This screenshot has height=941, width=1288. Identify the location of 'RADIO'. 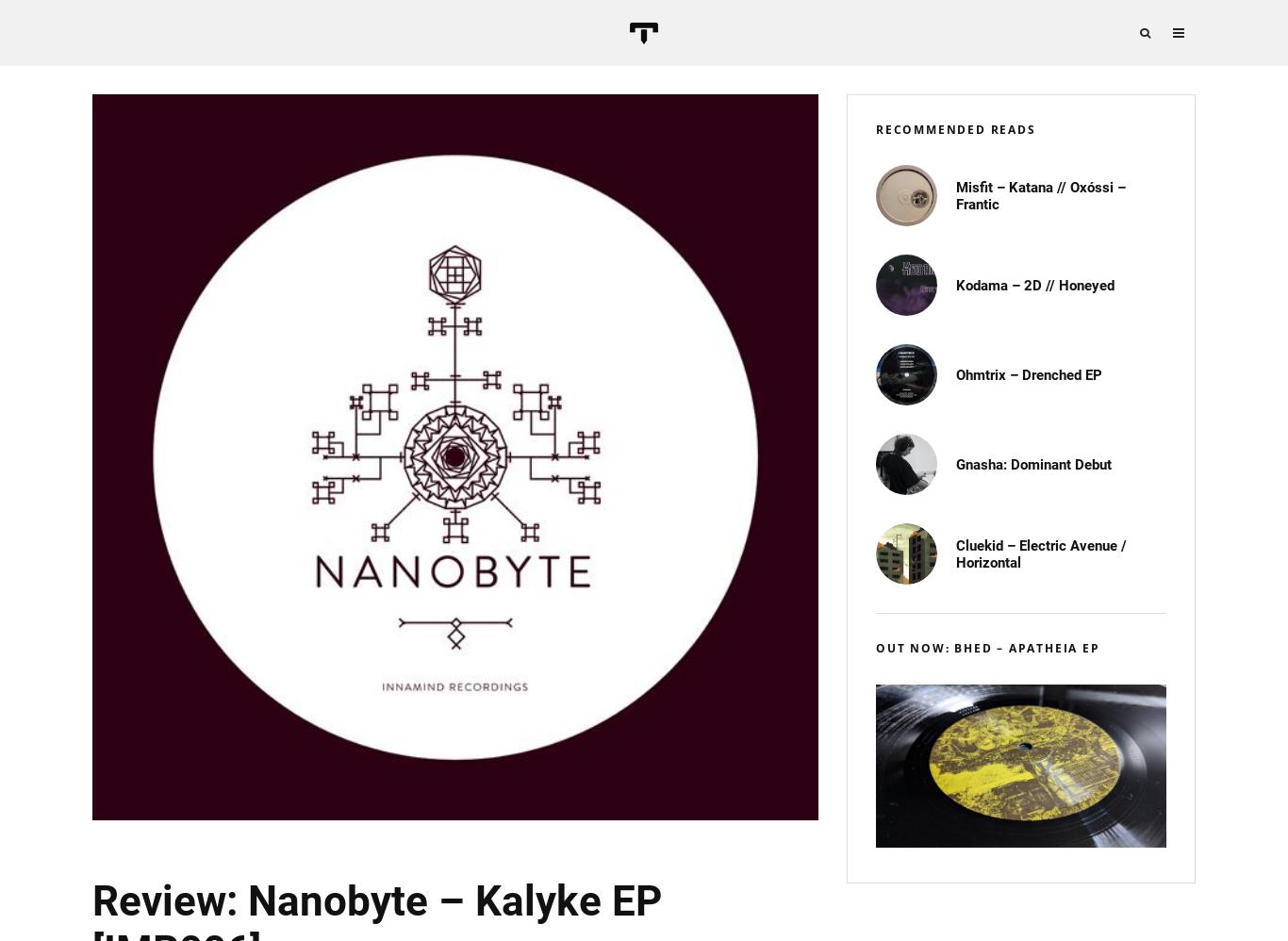
(1223, 292).